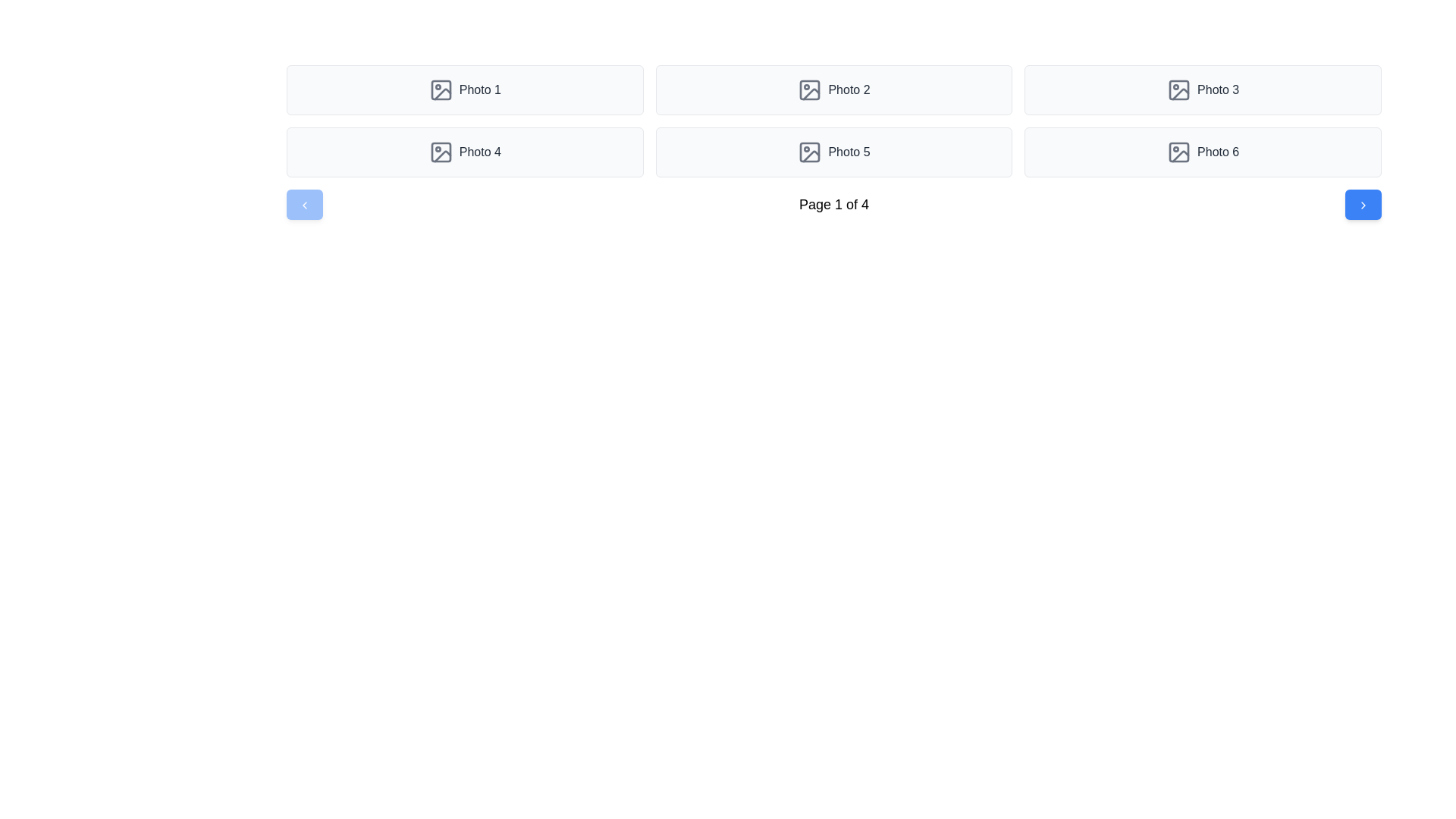  I want to click on the image icon representing 'Photo 6' for selection, which is located in the last grid item of a 2x3 arrangement, so click(1178, 152).